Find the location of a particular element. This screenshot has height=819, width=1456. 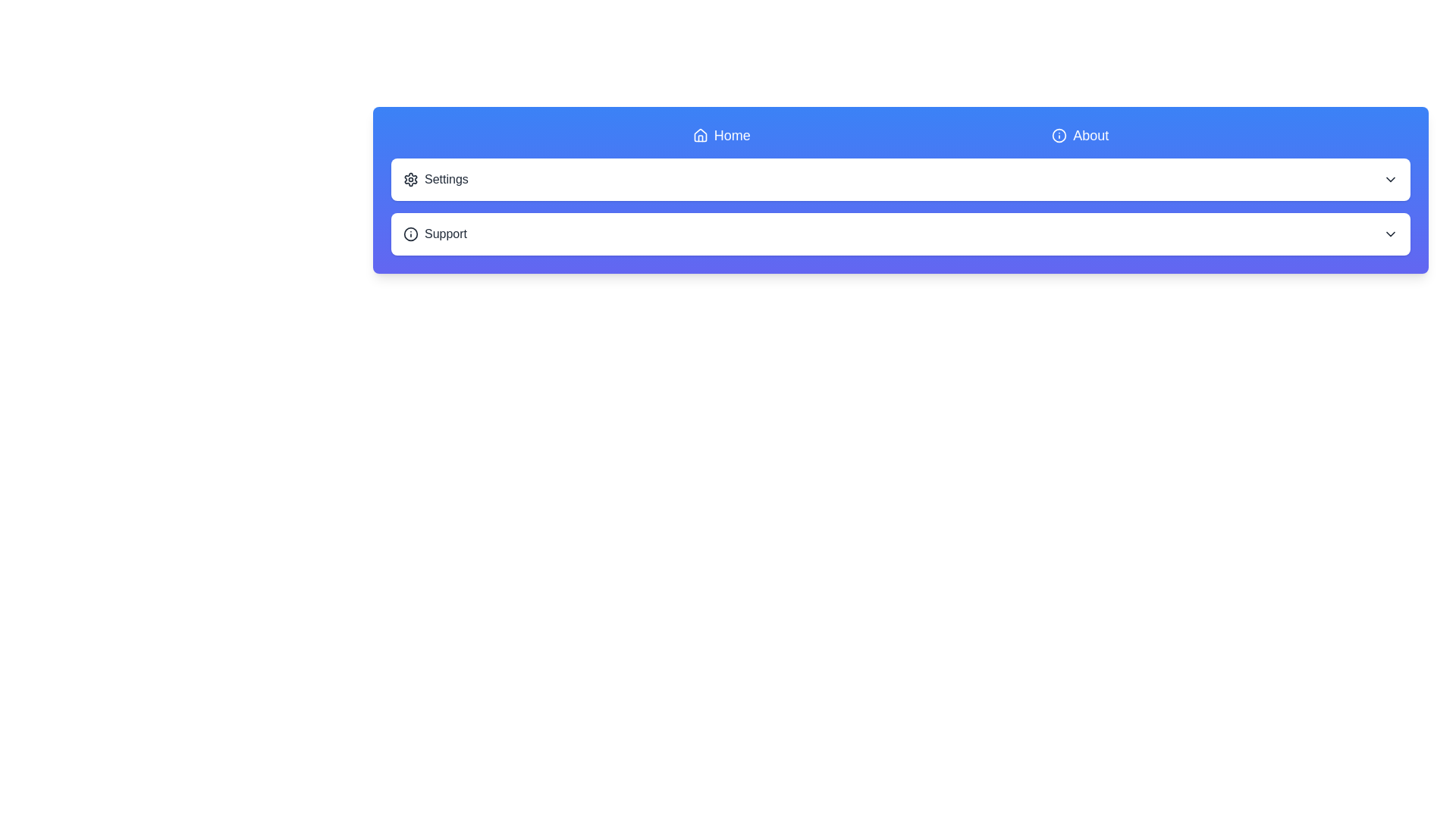

the cogwheel-shaped icon associated with the settings function is located at coordinates (411, 178).